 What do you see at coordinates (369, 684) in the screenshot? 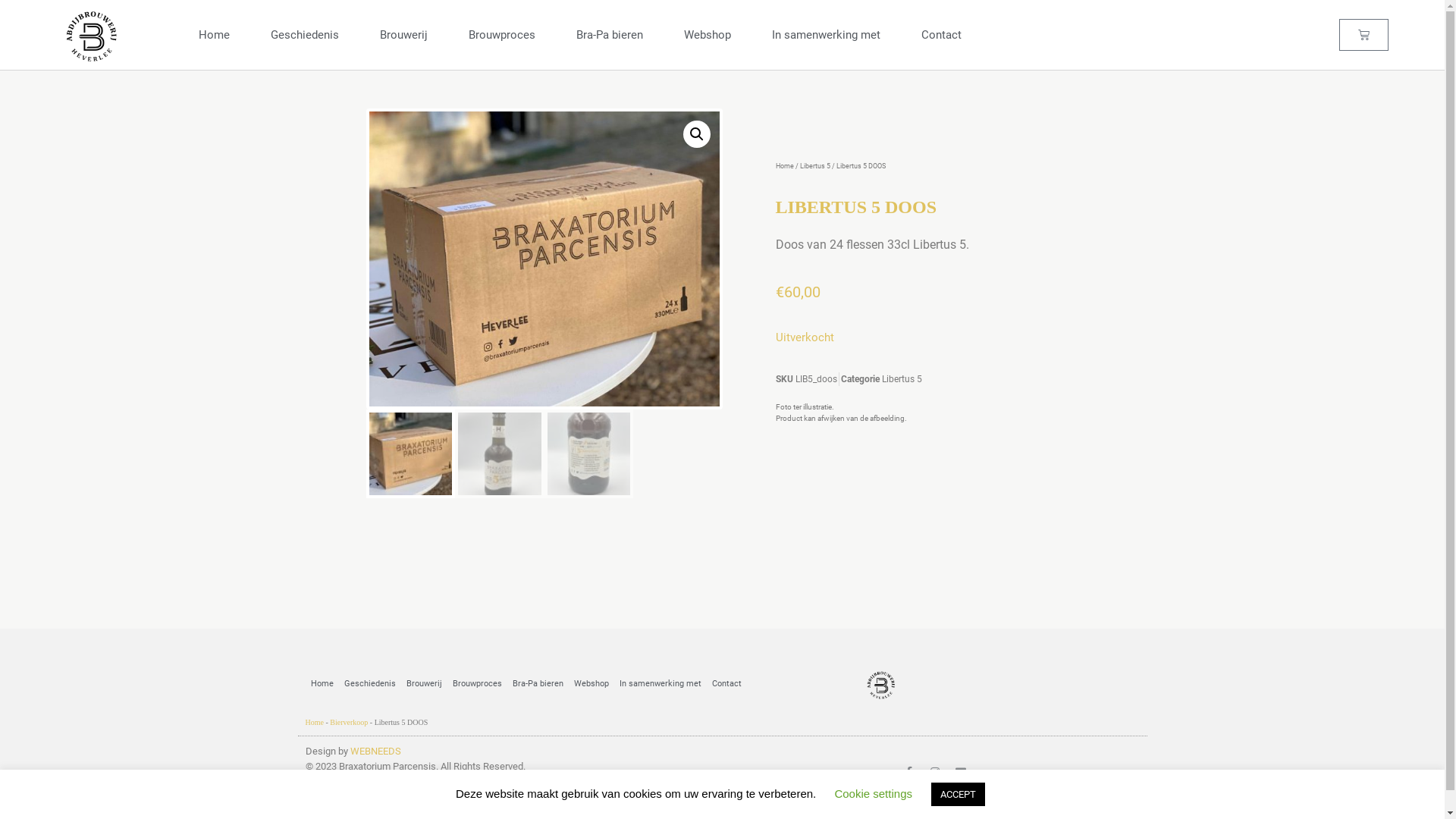
I see `'Geschiedenis'` at bounding box center [369, 684].